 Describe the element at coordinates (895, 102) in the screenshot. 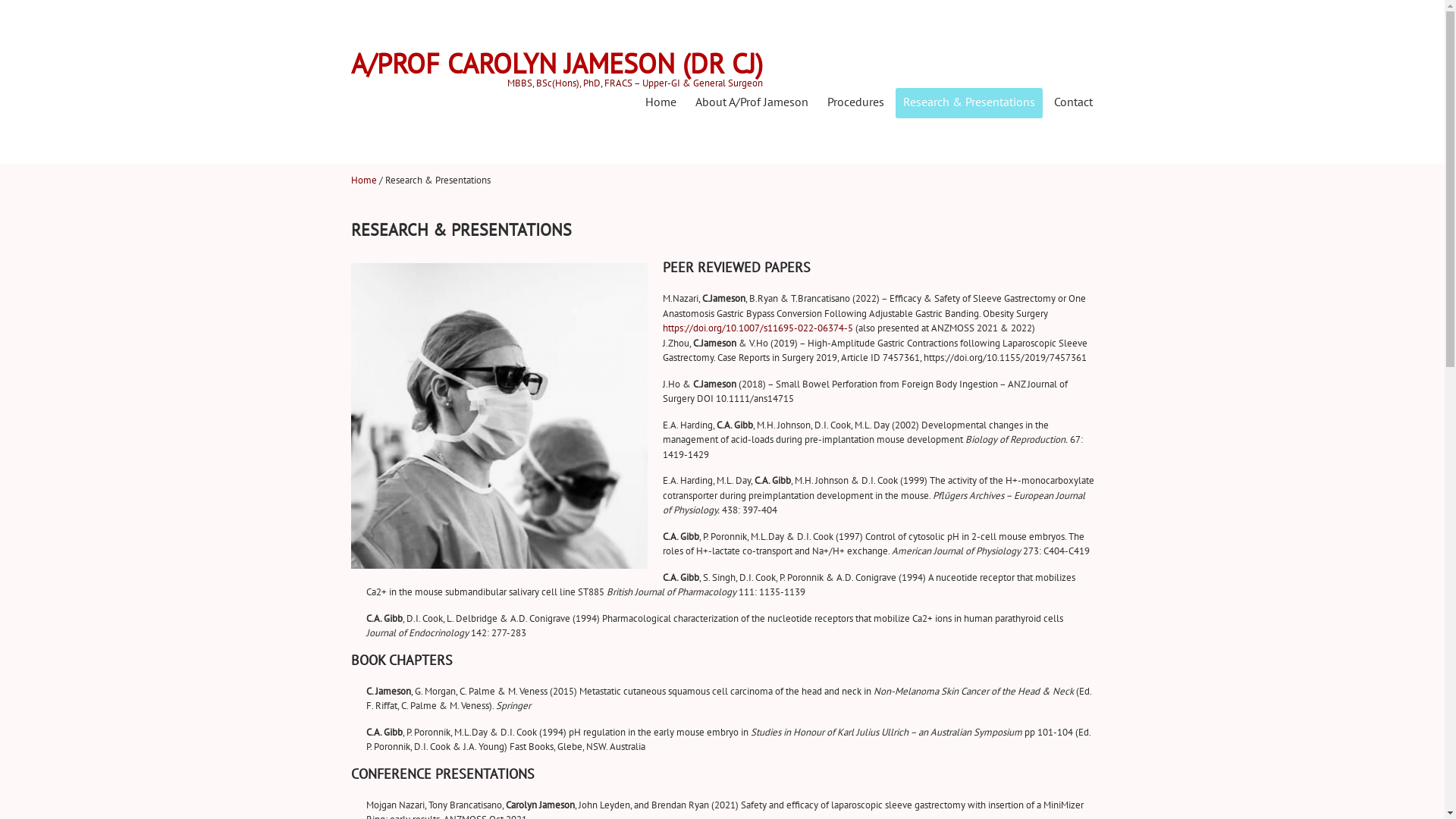

I see `'Research & Presentations'` at that location.